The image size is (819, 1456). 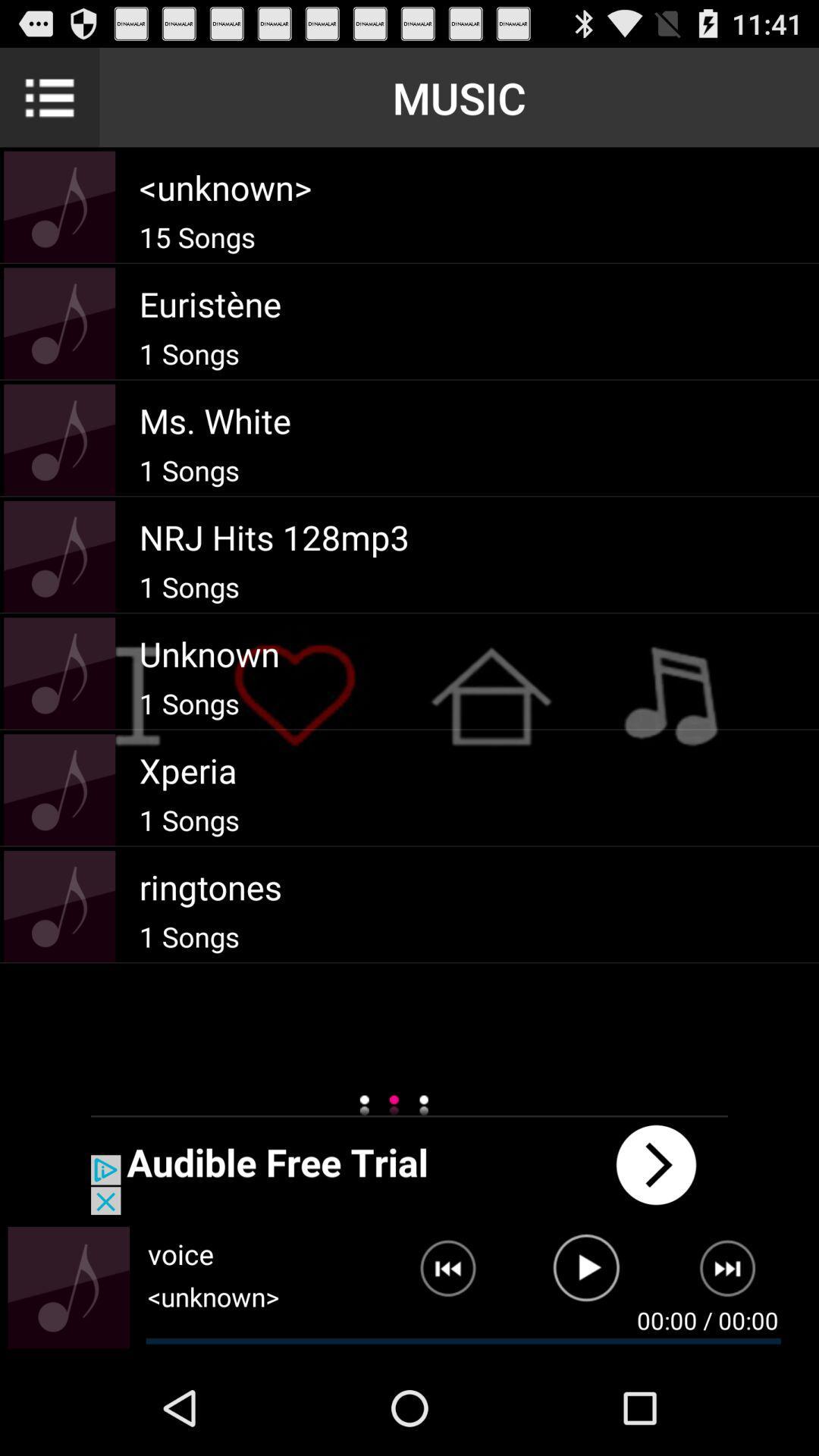 What do you see at coordinates (68, 1287) in the screenshot?
I see `enlarge album art` at bounding box center [68, 1287].